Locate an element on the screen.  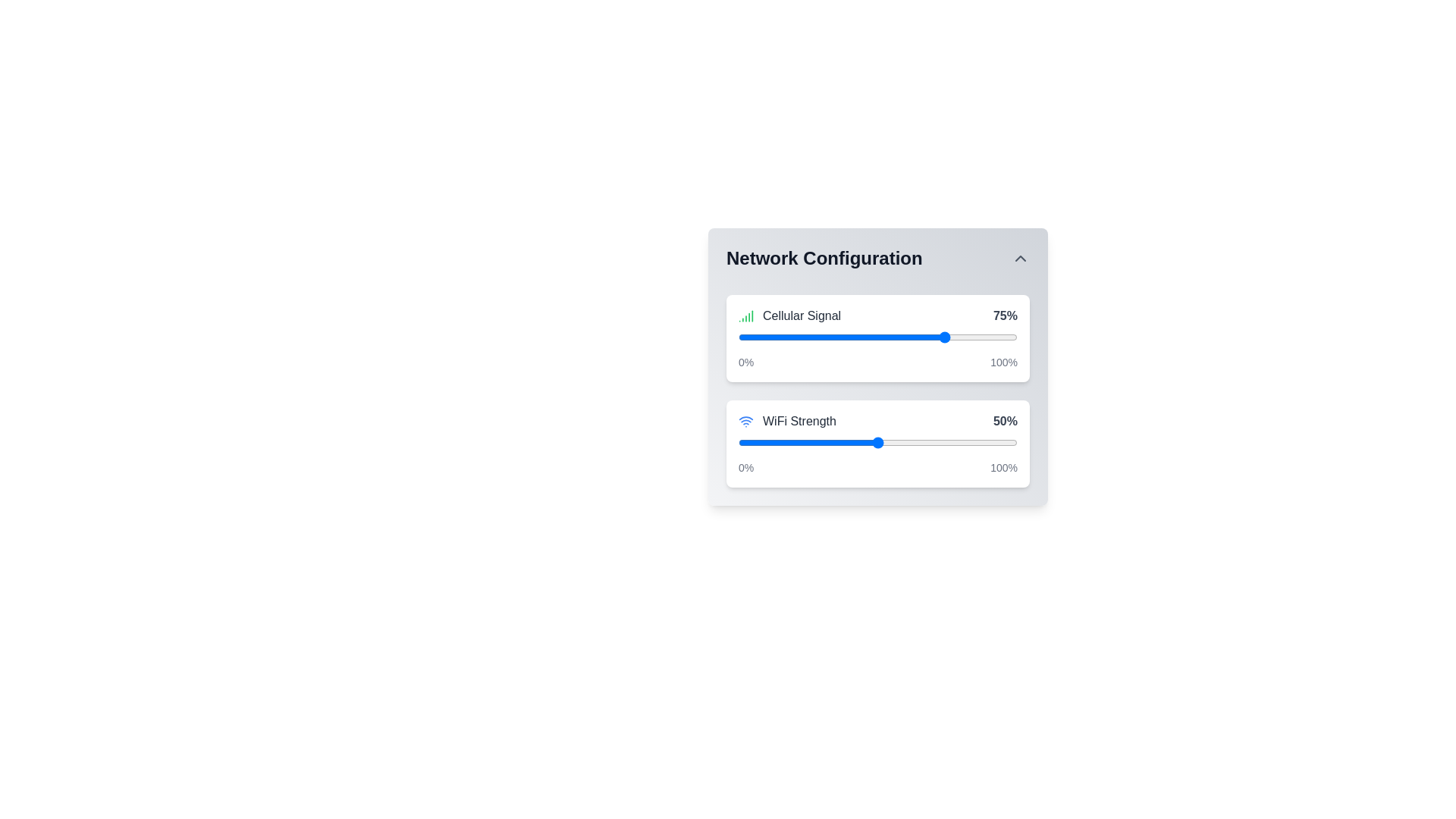
the blue circular knob of the horizontal Range Slider labeled 'WiFi Strength', which is positioned above the labels '0%' and '100%' in the 'Network Configuration' interface is located at coordinates (877, 442).